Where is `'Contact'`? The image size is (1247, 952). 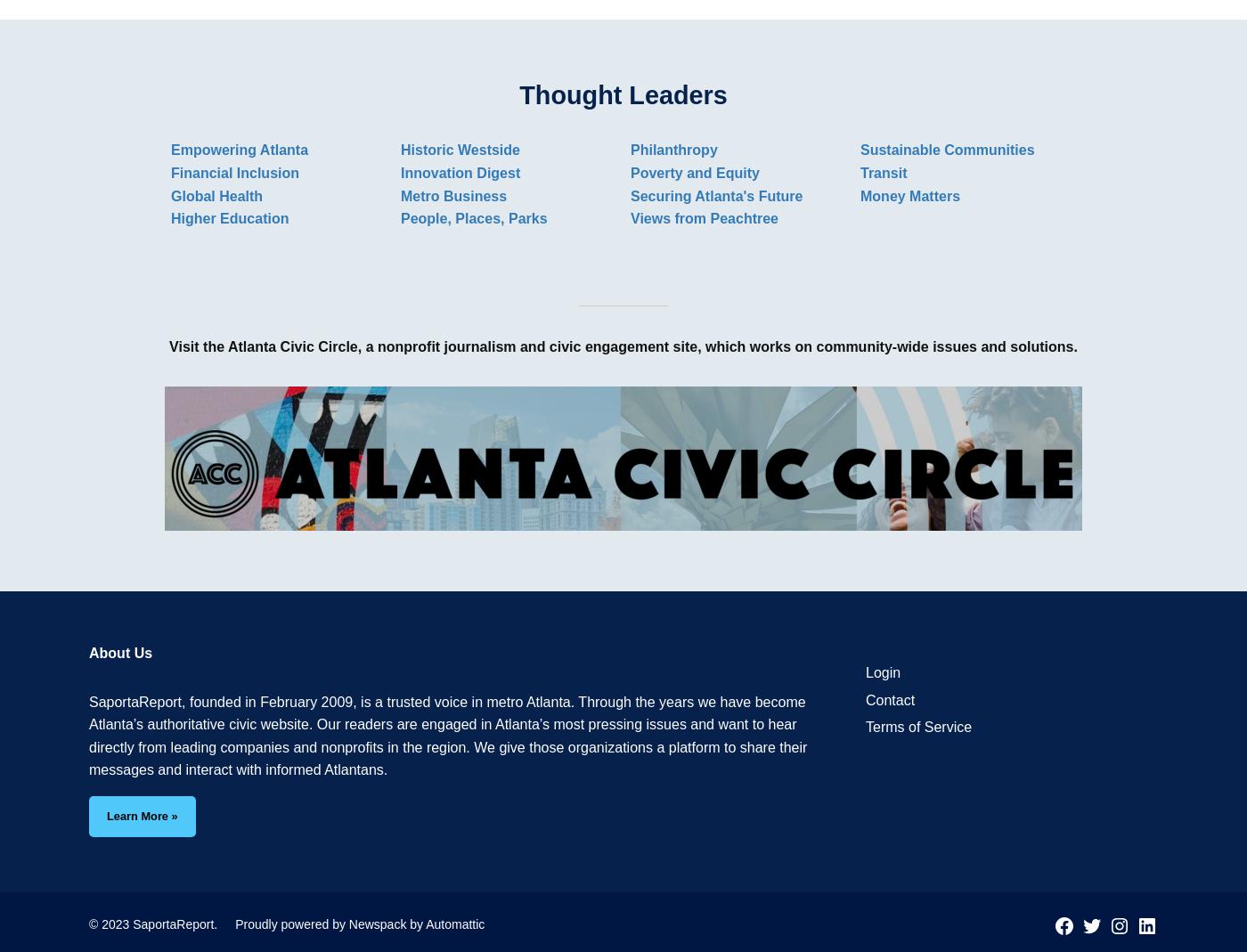 'Contact' is located at coordinates (889, 699).